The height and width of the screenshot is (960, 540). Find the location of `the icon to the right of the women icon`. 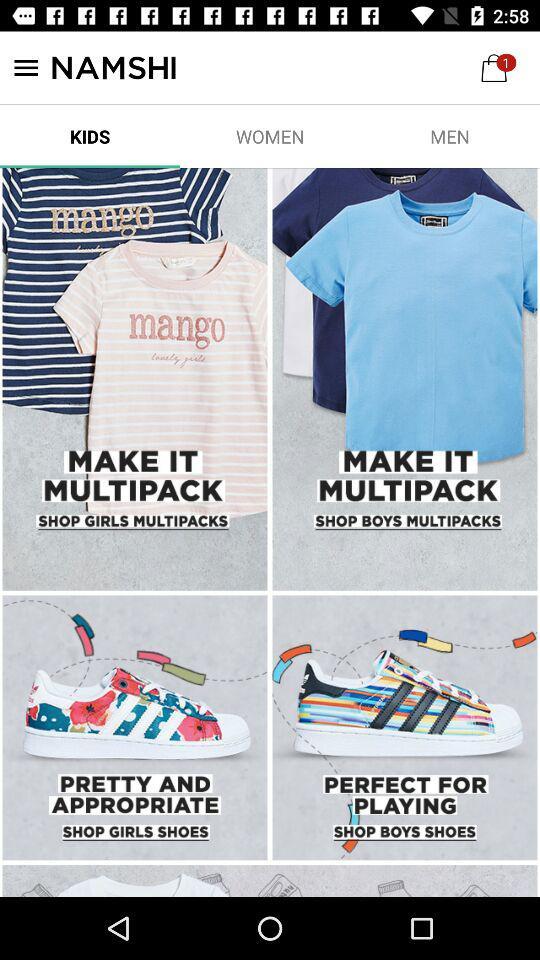

the icon to the right of the women icon is located at coordinates (449, 135).